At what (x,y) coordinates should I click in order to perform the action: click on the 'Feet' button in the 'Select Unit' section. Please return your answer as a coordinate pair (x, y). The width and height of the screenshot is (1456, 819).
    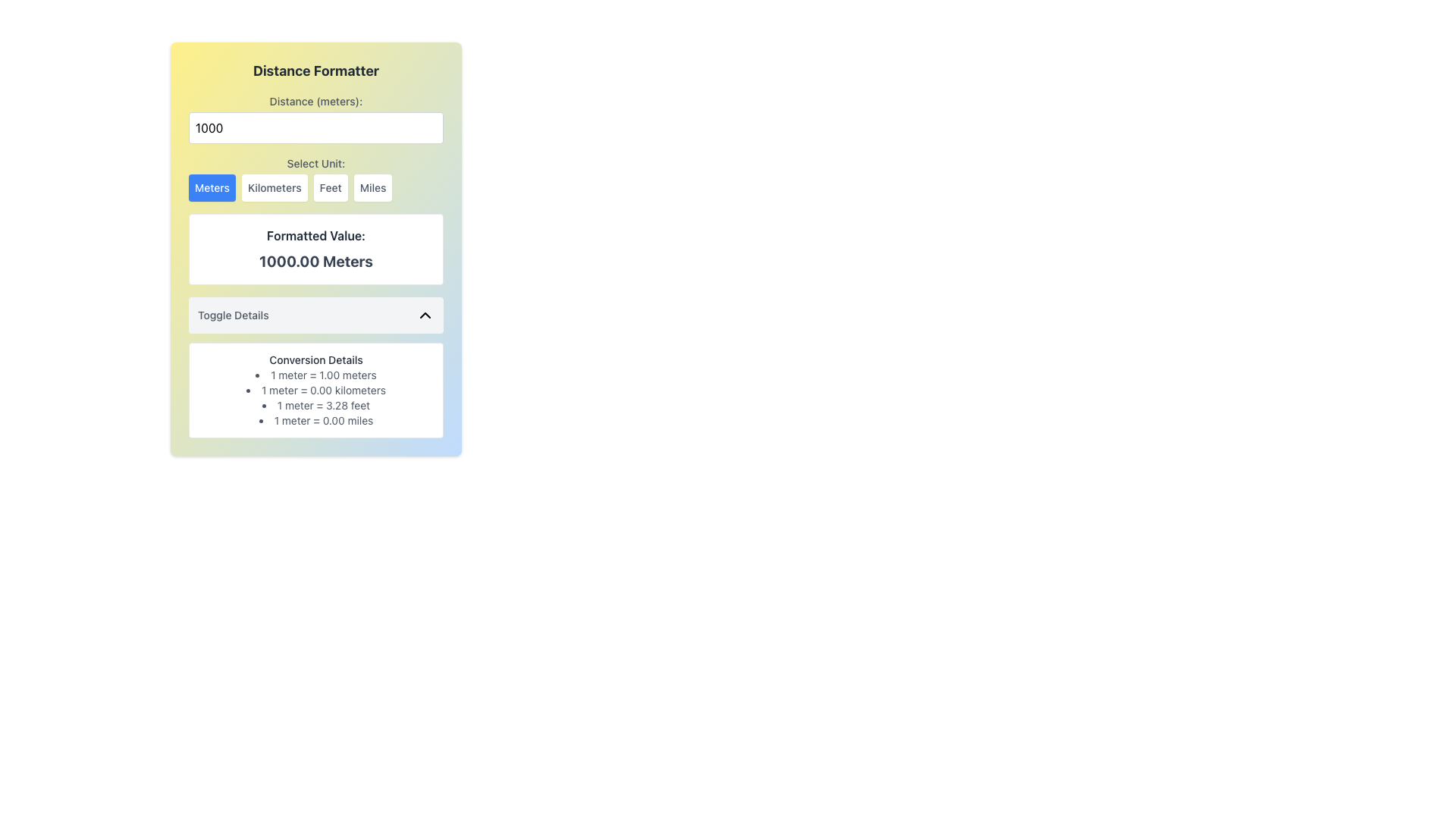
    Looking at the image, I should click on (330, 187).